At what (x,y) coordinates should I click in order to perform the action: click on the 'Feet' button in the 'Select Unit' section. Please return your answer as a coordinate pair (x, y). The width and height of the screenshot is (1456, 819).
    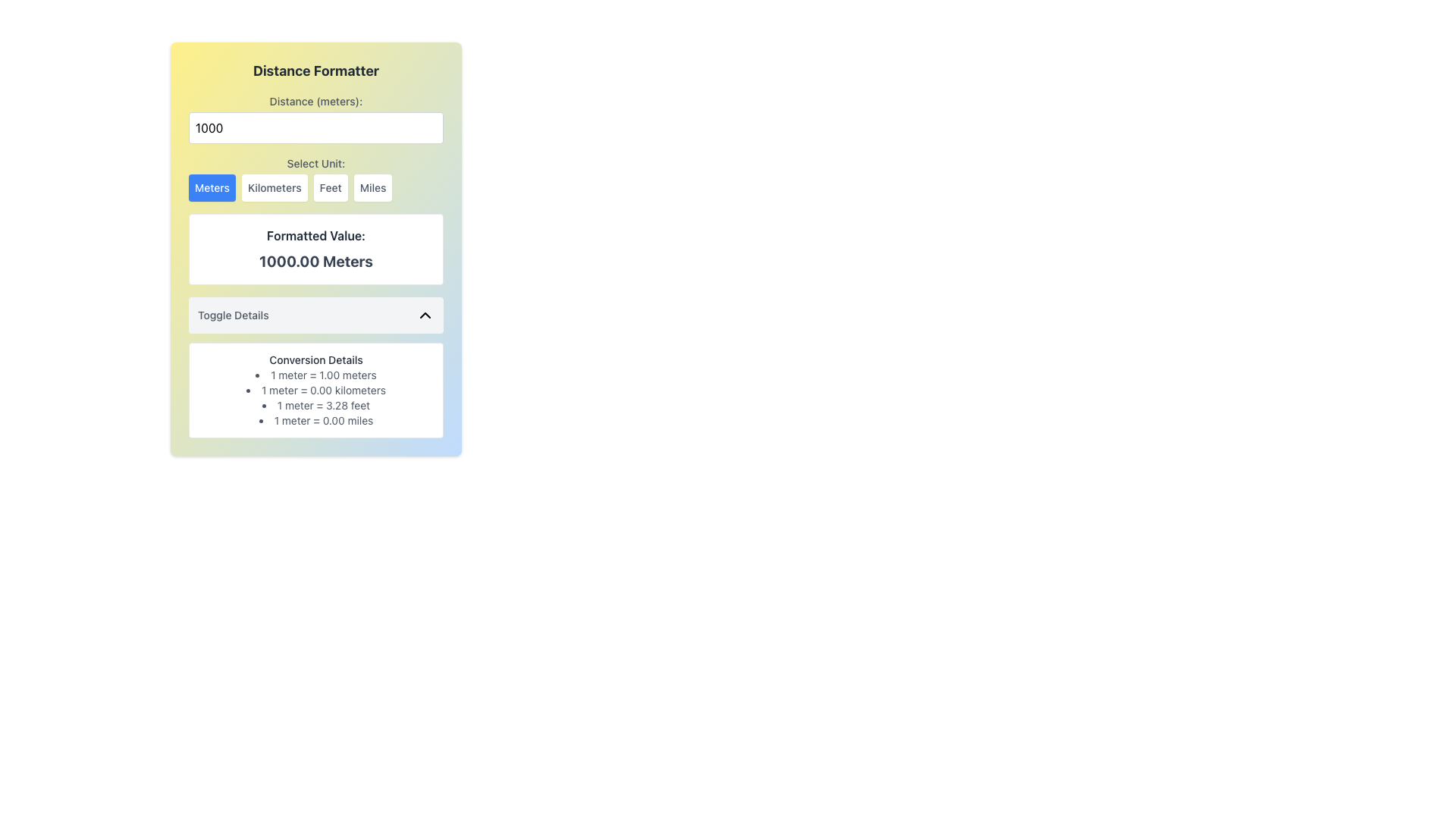
    Looking at the image, I should click on (330, 187).